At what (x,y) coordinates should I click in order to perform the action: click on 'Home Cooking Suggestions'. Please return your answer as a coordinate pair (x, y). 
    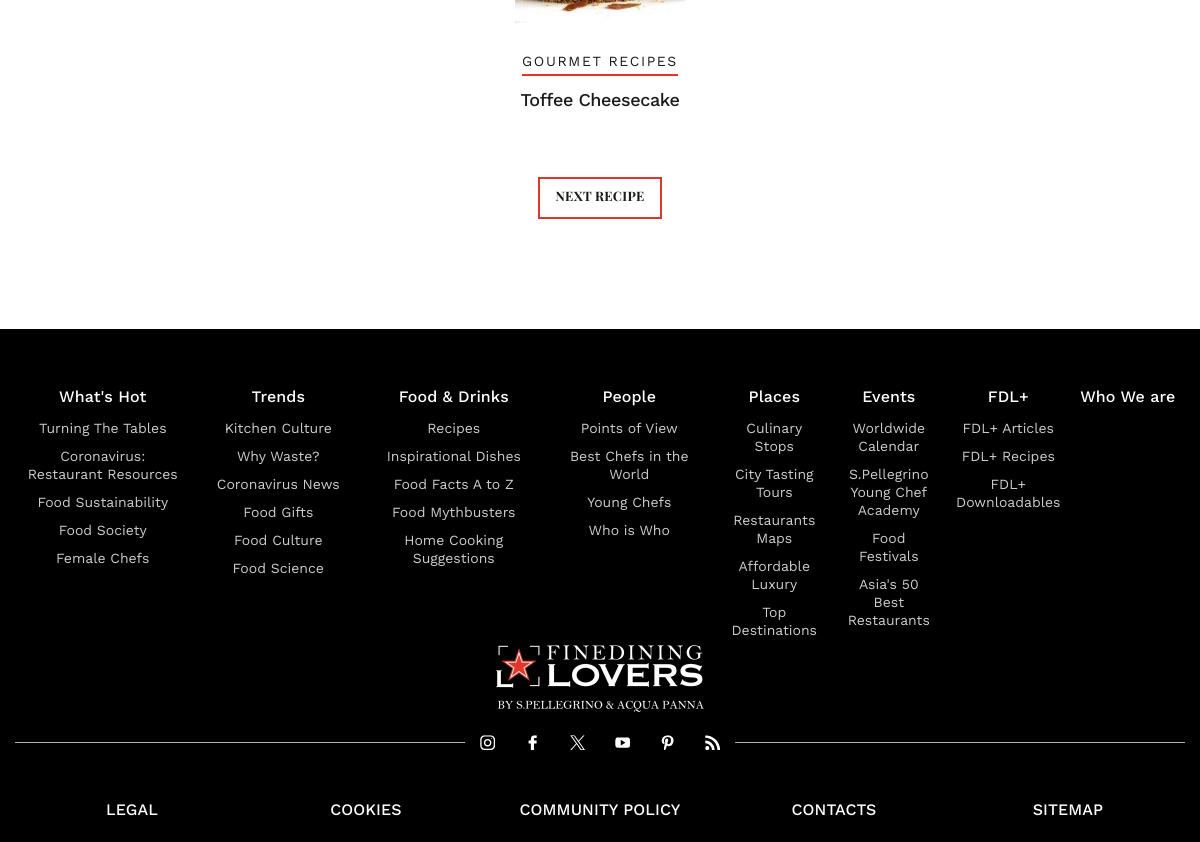
    Looking at the image, I should click on (452, 548).